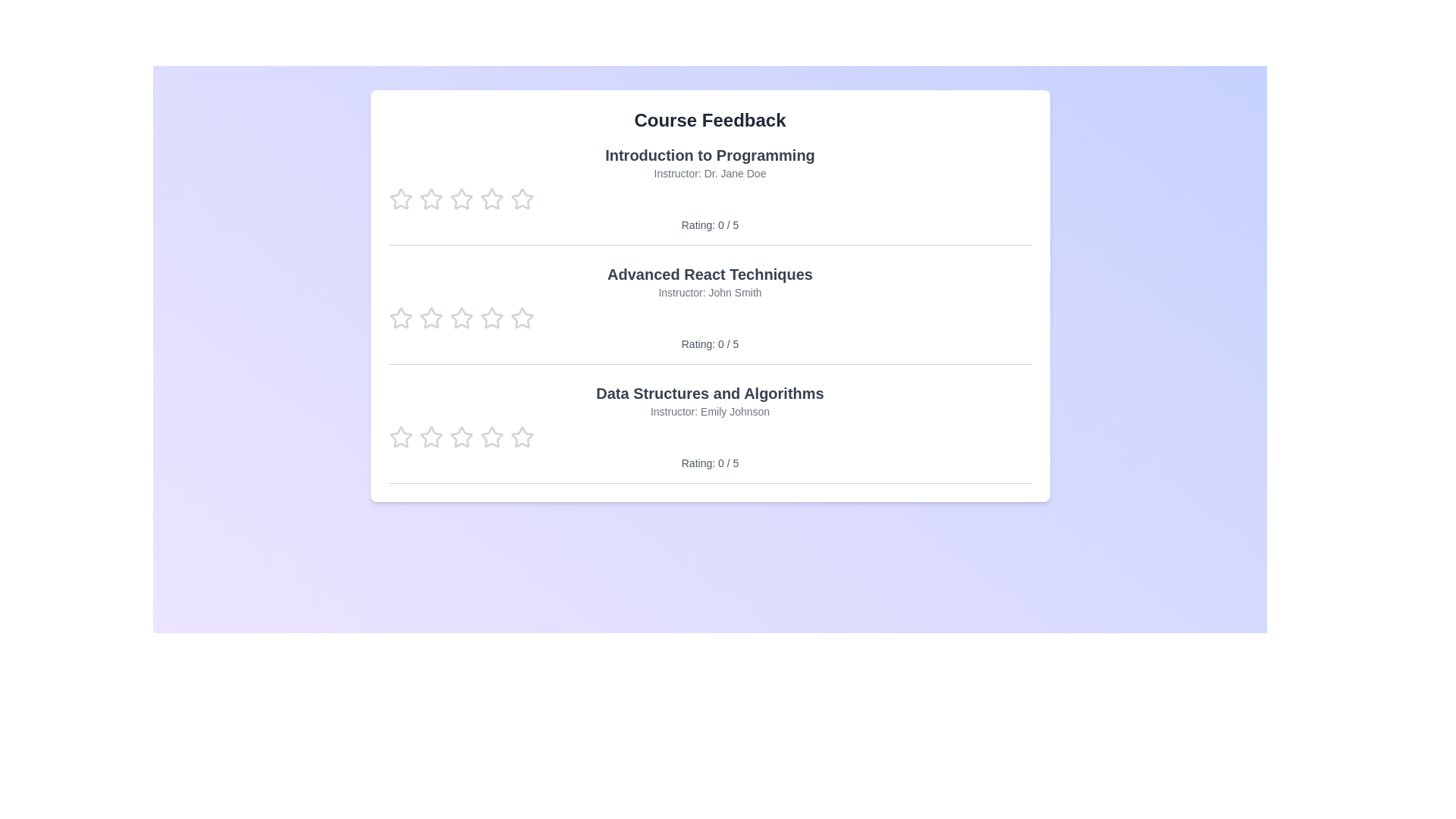 This screenshot has height=819, width=1456. What do you see at coordinates (709, 155) in the screenshot?
I see `the course title 'Introduction to Programming' to highlight it` at bounding box center [709, 155].